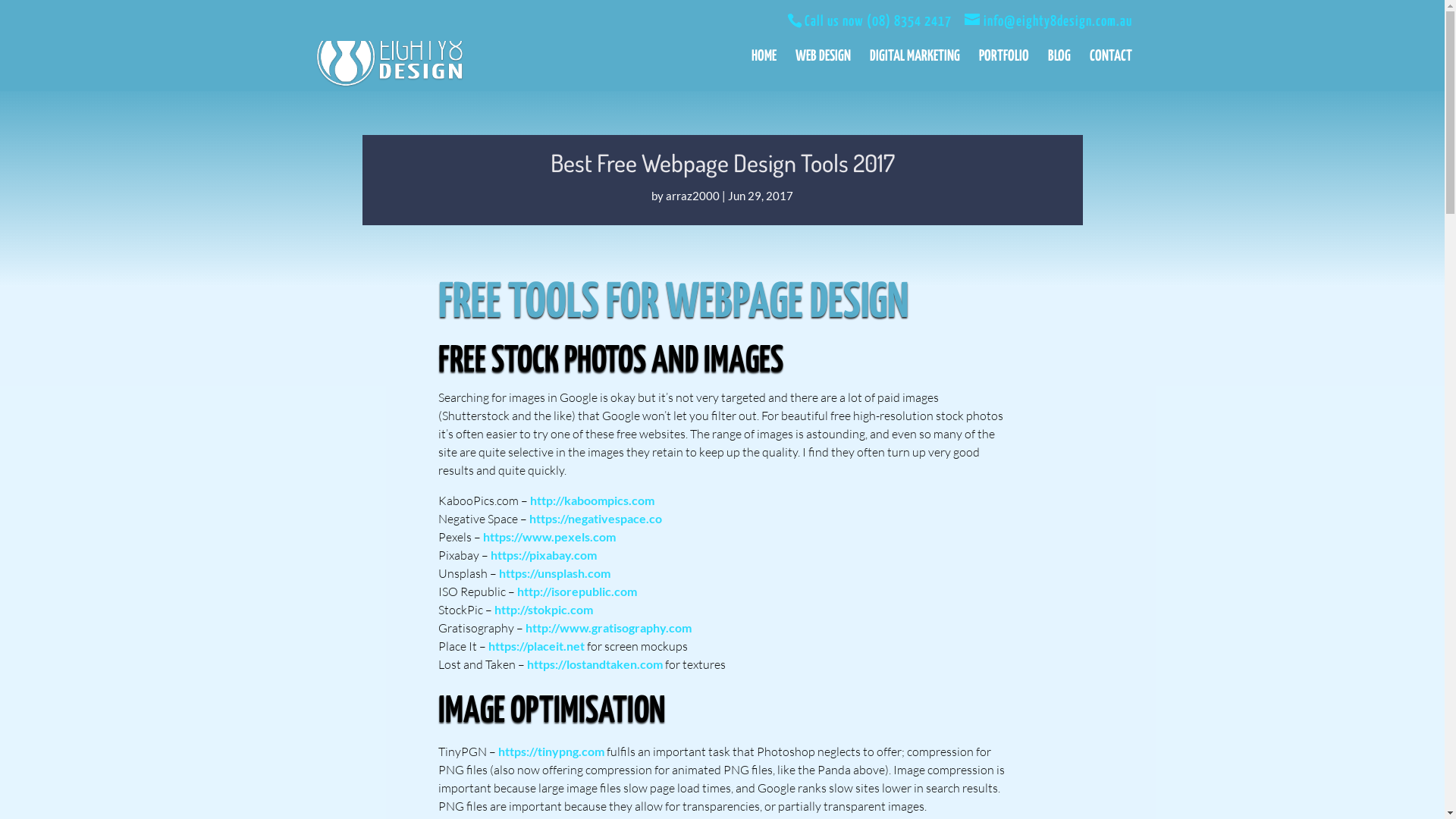  Describe the element at coordinates (1058, 71) in the screenshot. I see `'BLOG'` at that location.